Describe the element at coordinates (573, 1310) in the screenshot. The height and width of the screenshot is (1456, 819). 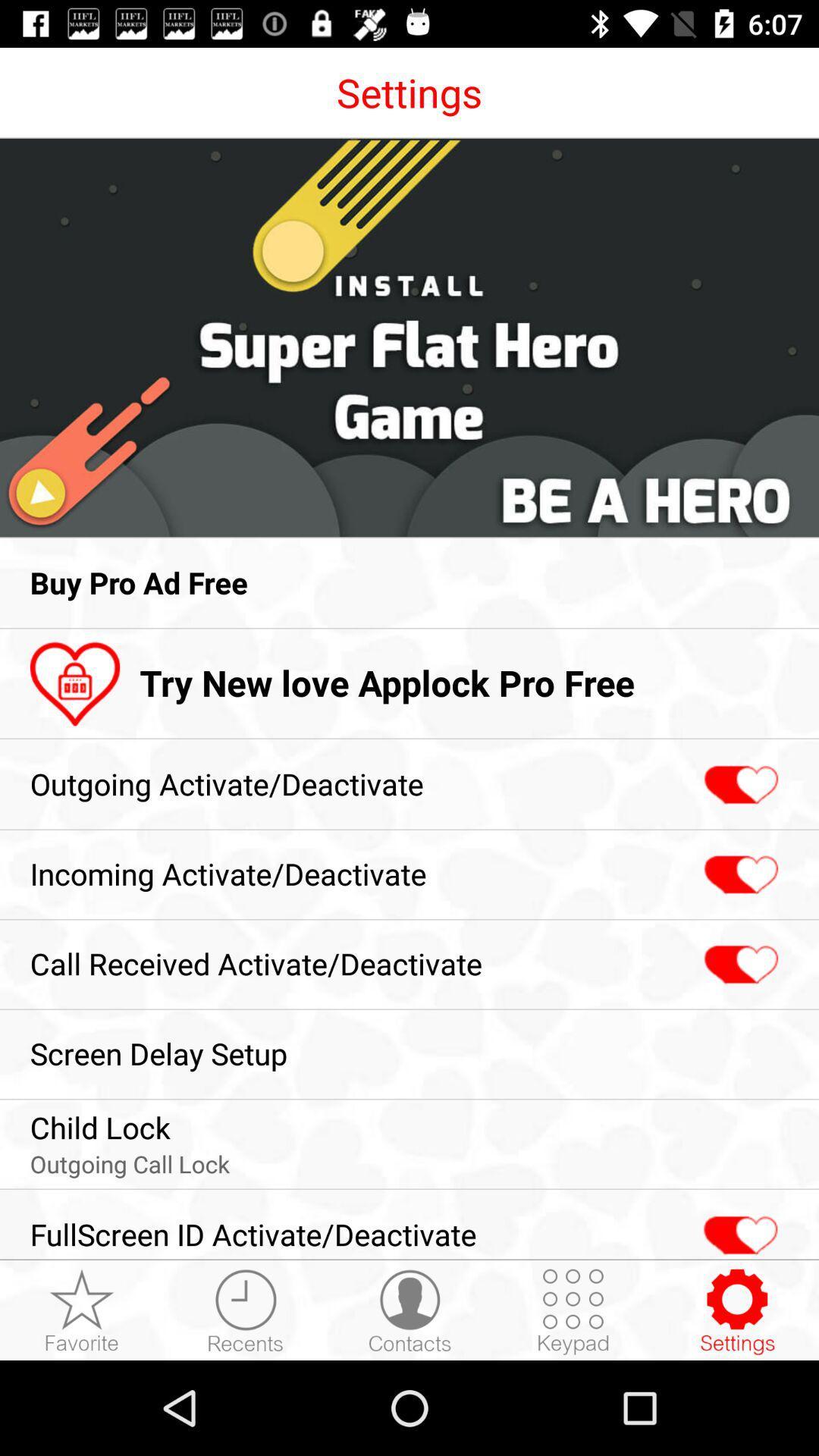
I see `item next to the fullscreen id activate app` at that location.